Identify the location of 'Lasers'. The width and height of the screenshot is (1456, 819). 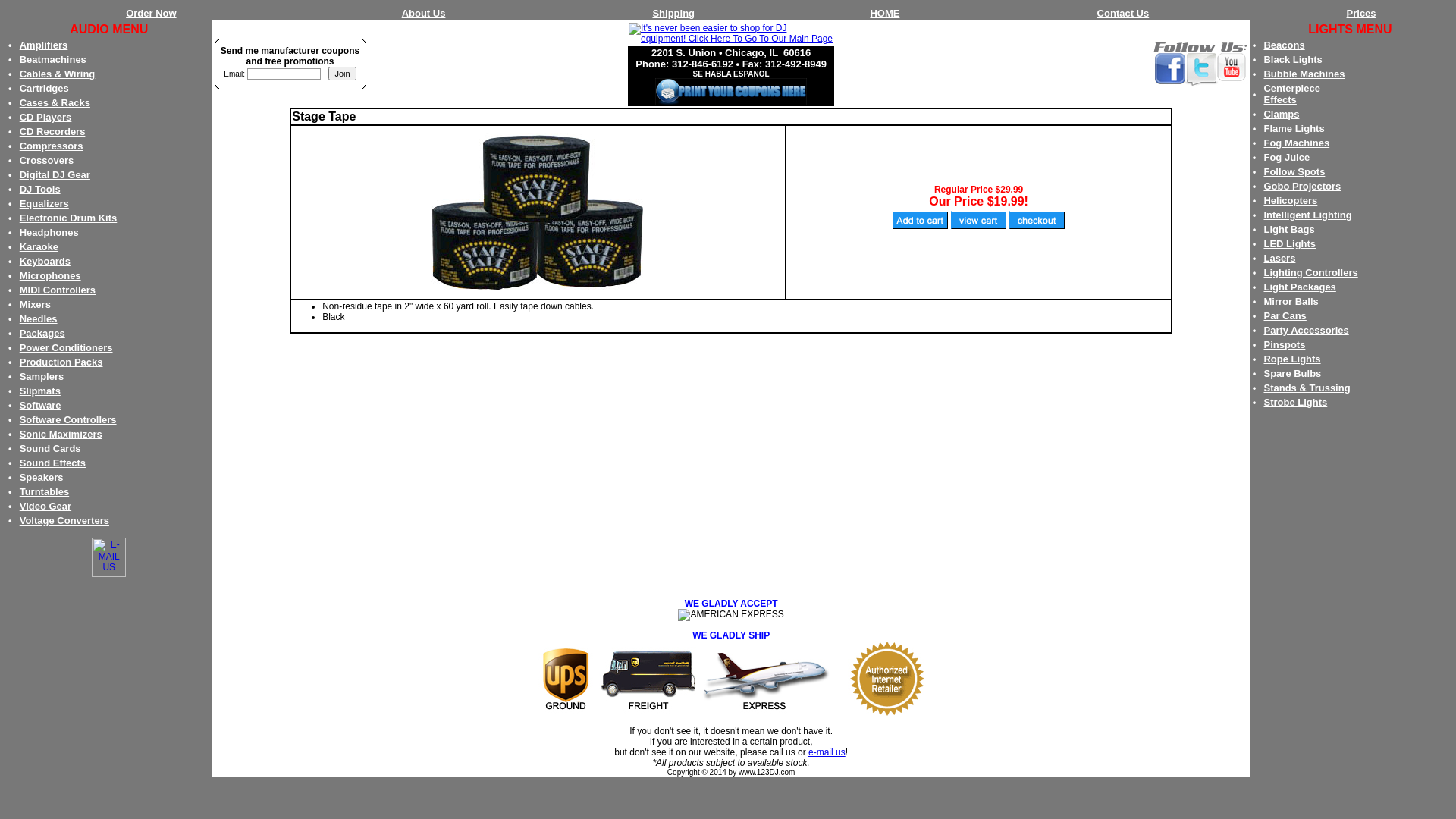
(1278, 257).